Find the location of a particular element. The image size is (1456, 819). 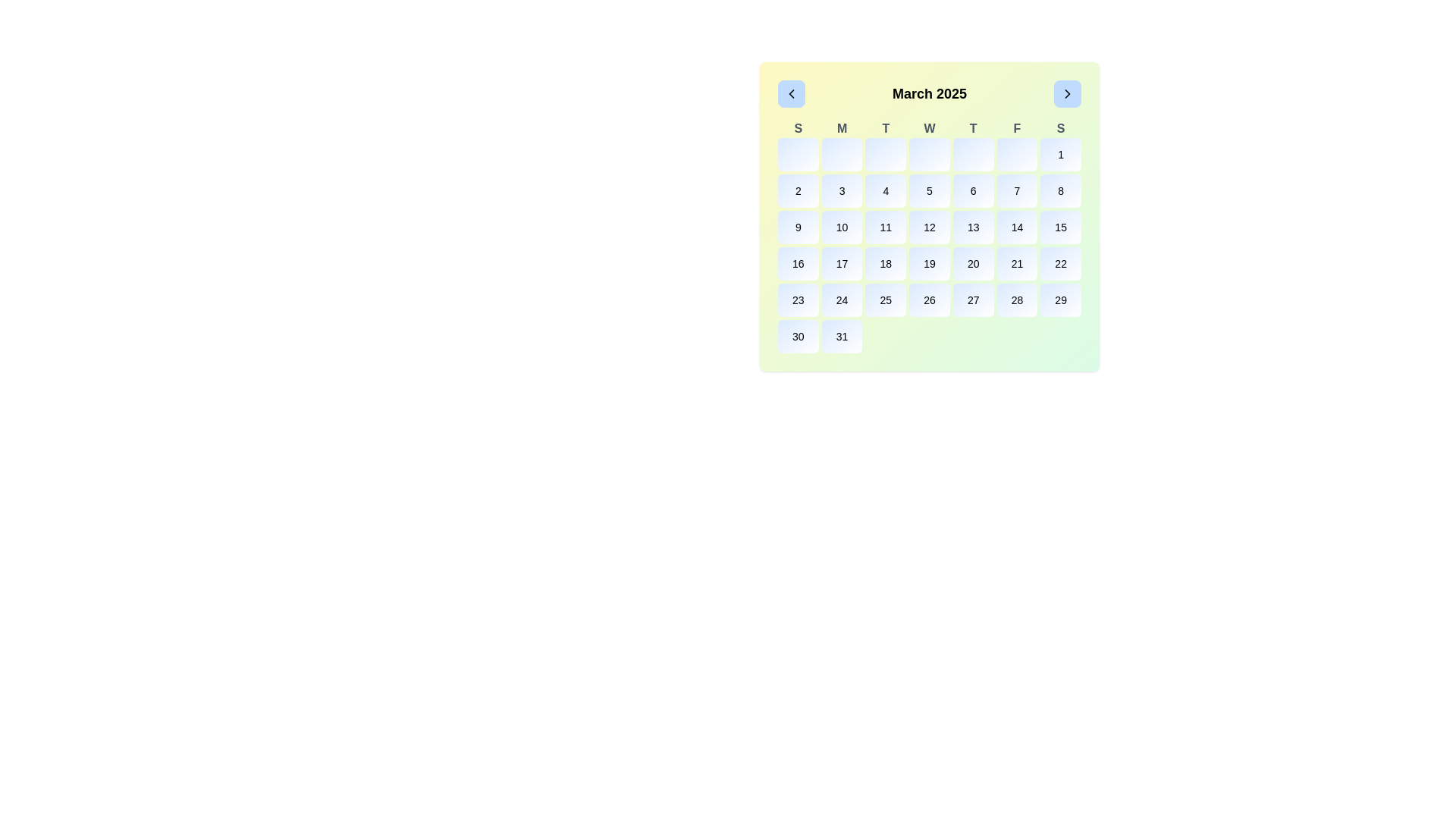

the text label representing 'Thursday' in the calendar view, located in the row of days of the week underneath the title 'March 2025' is located at coordinates (973, 127).